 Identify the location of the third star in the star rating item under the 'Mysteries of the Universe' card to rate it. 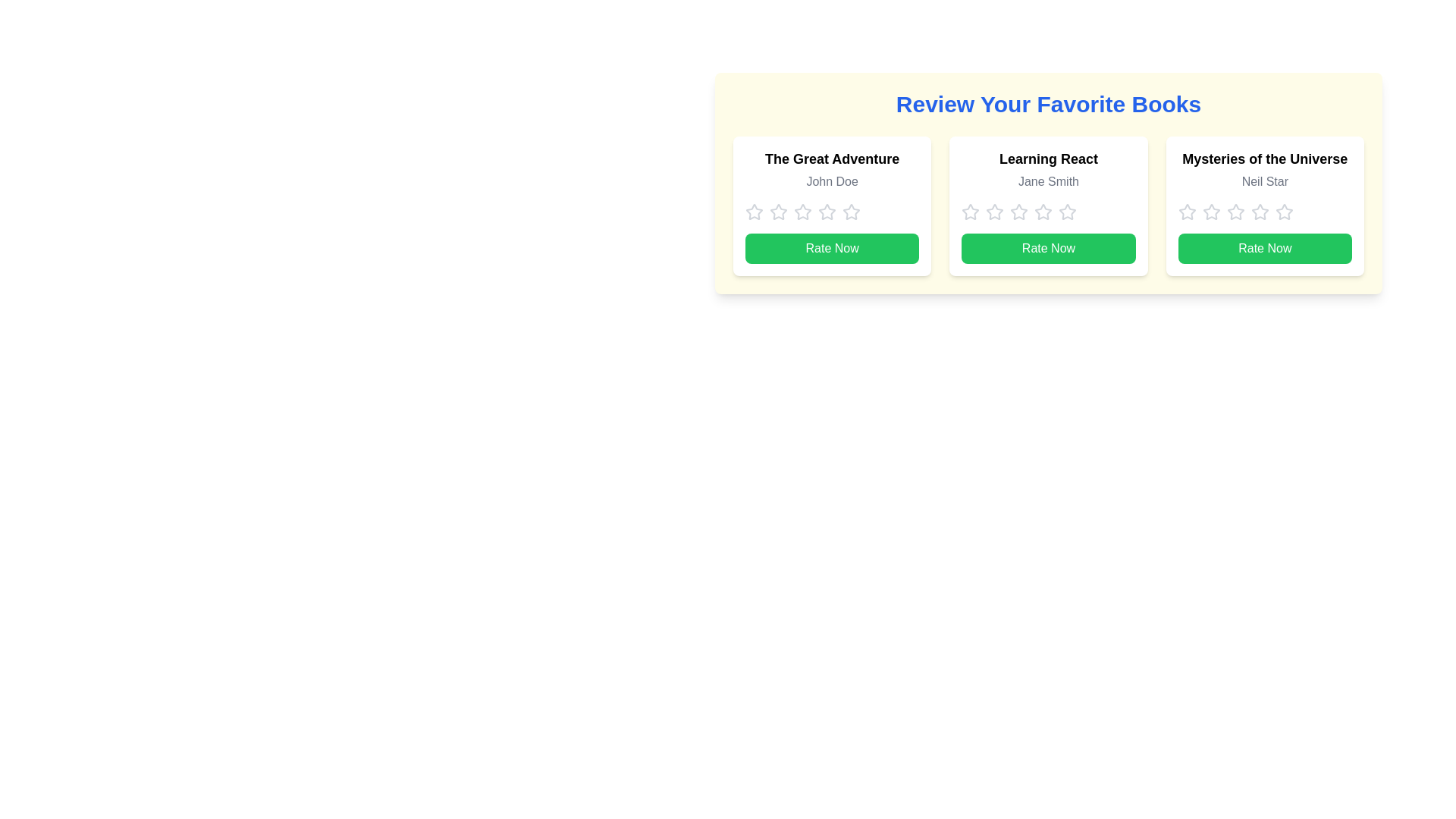
(1235, 212).